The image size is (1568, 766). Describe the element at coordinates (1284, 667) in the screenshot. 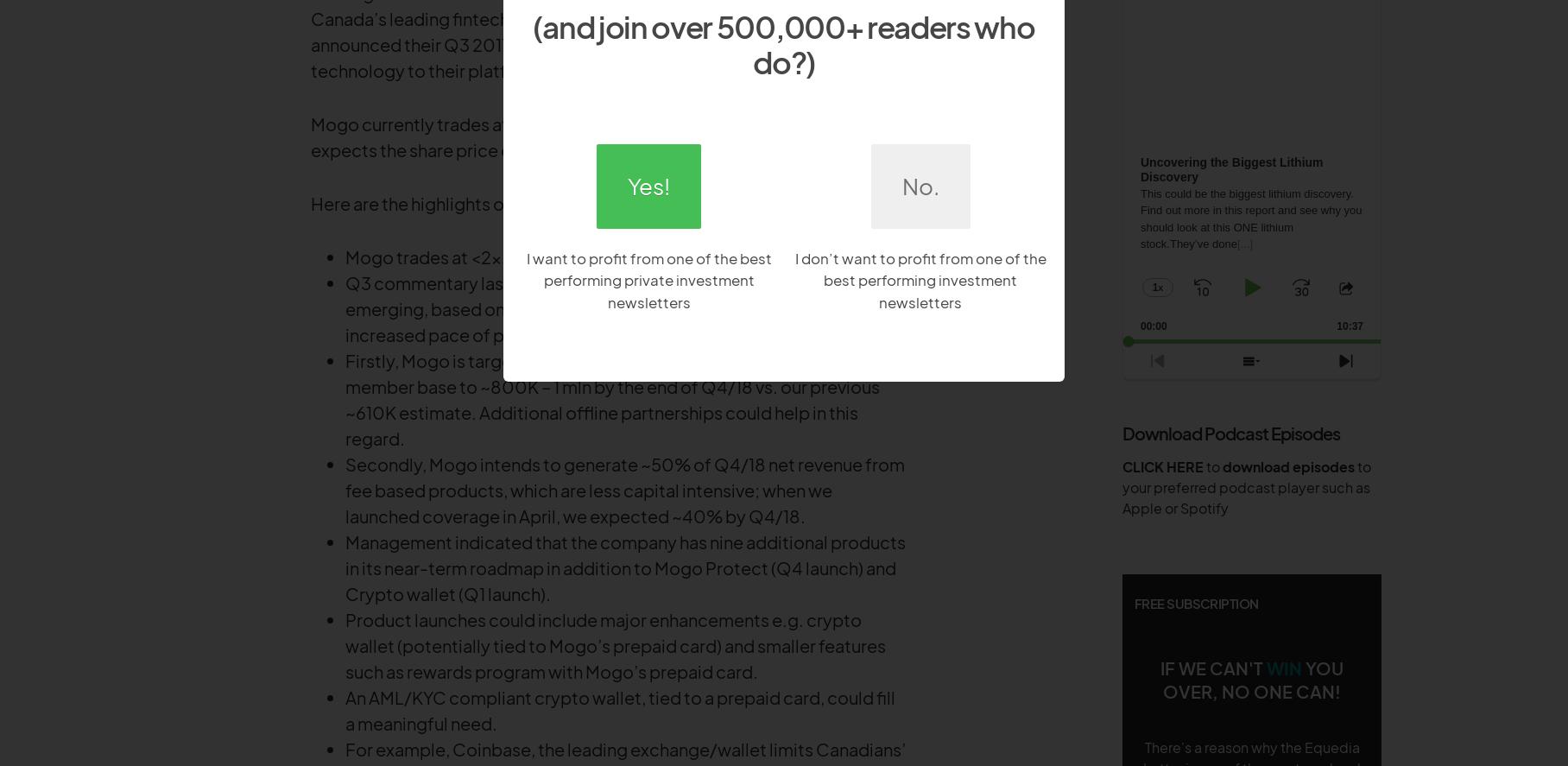

I see `'WIN'` at that location.